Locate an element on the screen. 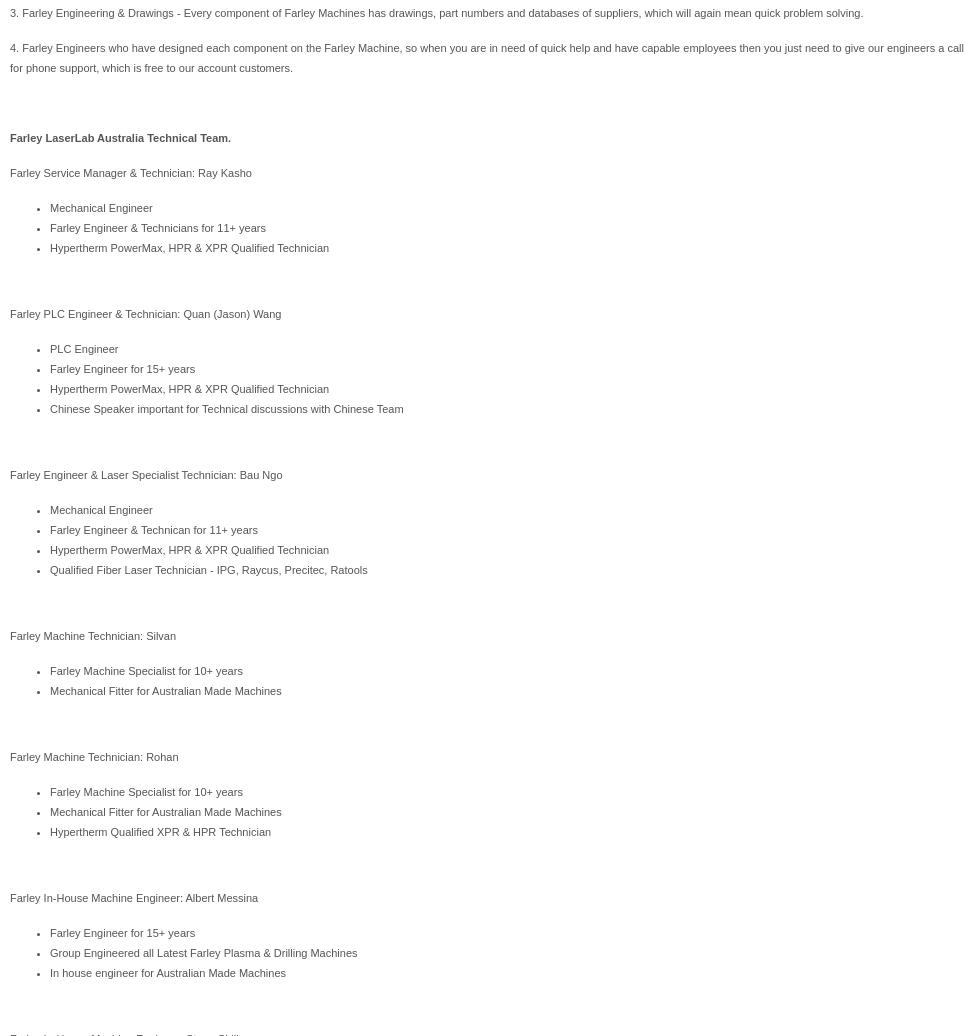 This screenshot has height=1036, width=980. '4. Farley Engineers who have designed each component on the Farley Machine, so when you are in need of  quick help and have capable employees then you just need to give our engineers a call for phone support, which is free to our account customers.' is located at coordinates (486, 58).